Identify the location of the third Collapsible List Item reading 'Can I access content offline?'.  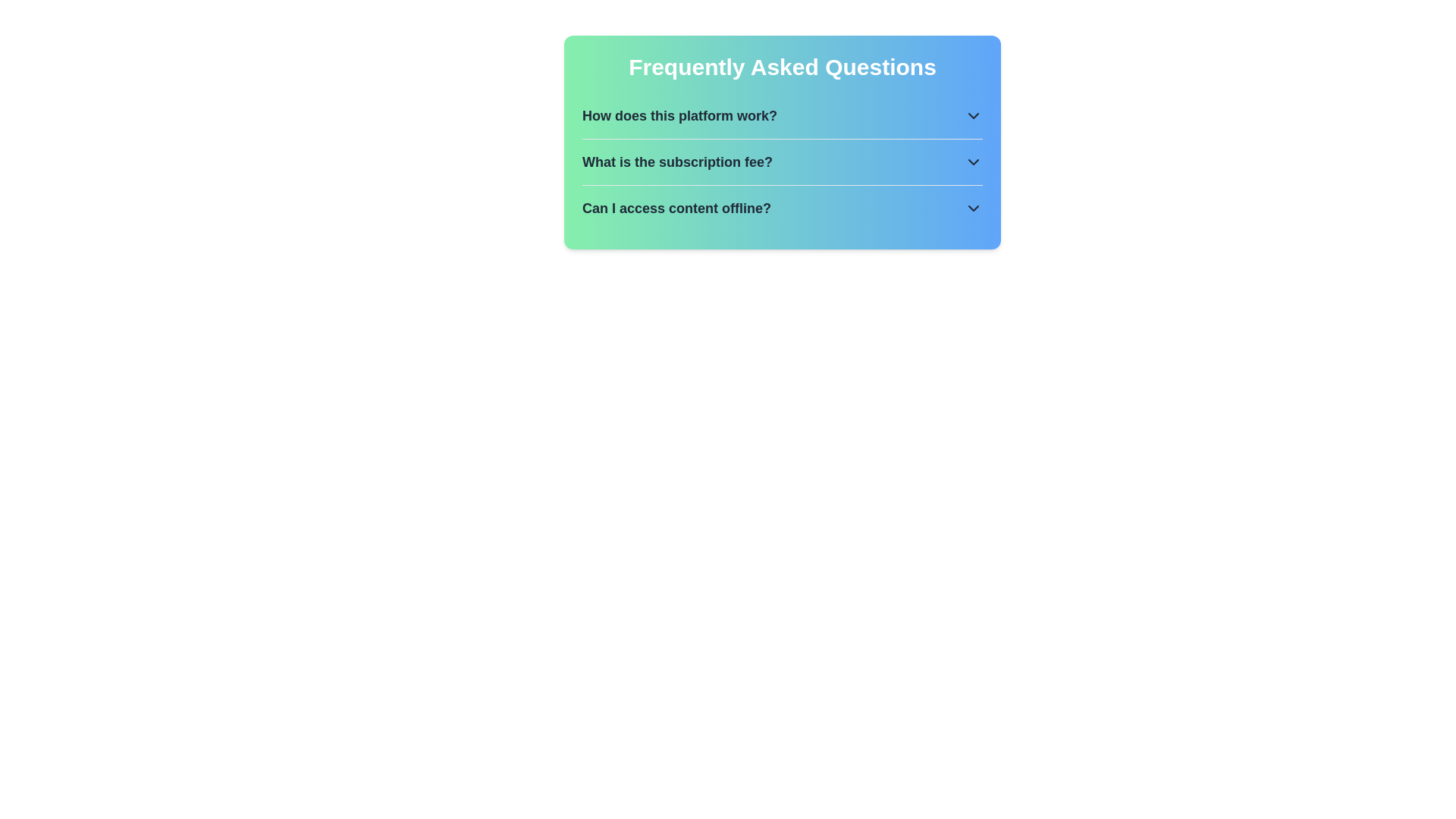
(783, 208).